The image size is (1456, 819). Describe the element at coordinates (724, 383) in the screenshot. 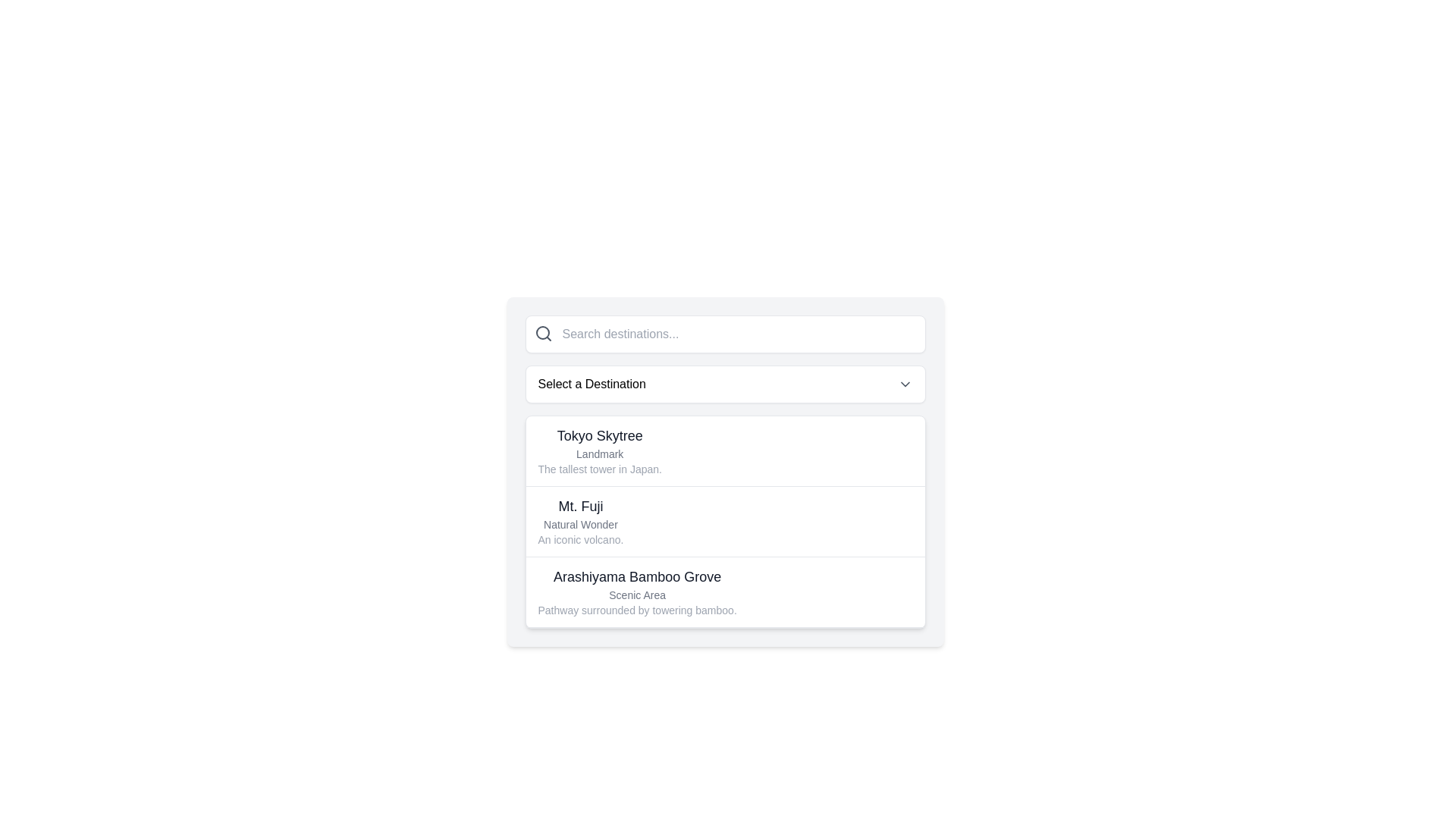

I see `the dropdown menu button labeled 'Select a Destination', which is styled as a white rectangular button with rounded corners` at that location.